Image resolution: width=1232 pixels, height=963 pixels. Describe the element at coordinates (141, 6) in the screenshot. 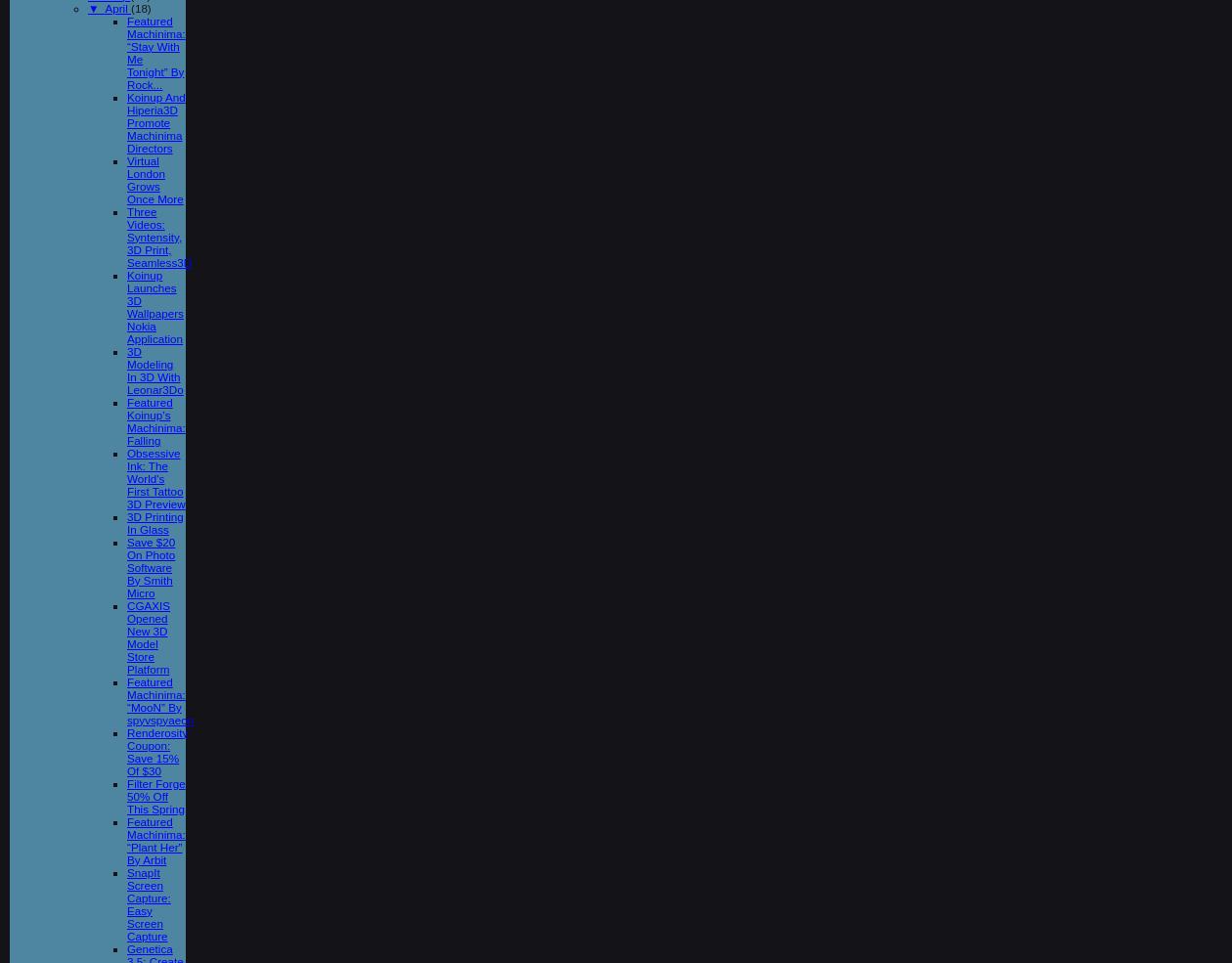

I see `'(18)'` at that location.